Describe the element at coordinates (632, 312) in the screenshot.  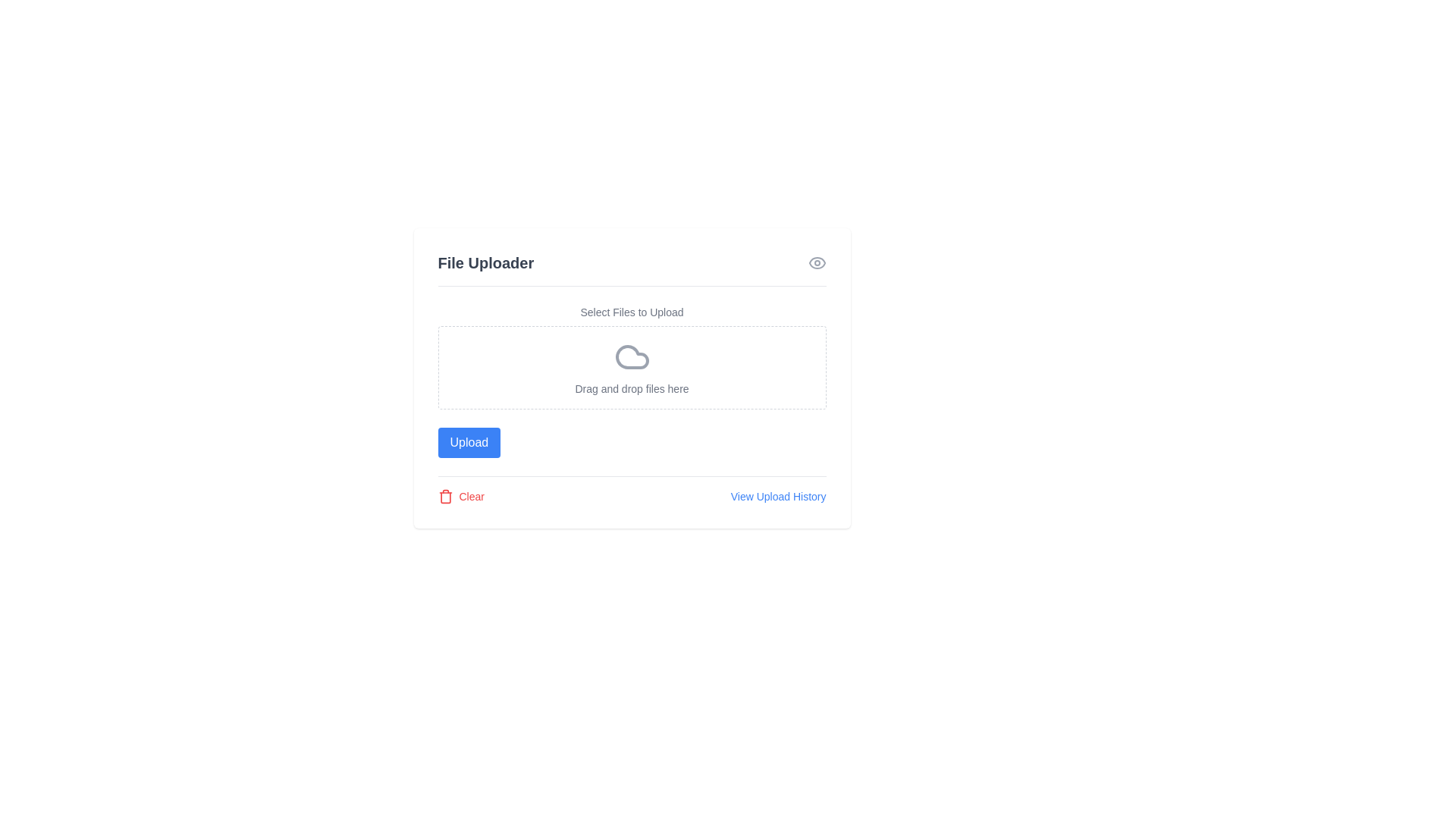
I see `the instructional text that prompts the user to select files for uploading, located above the drag-and-drop box` at that location.